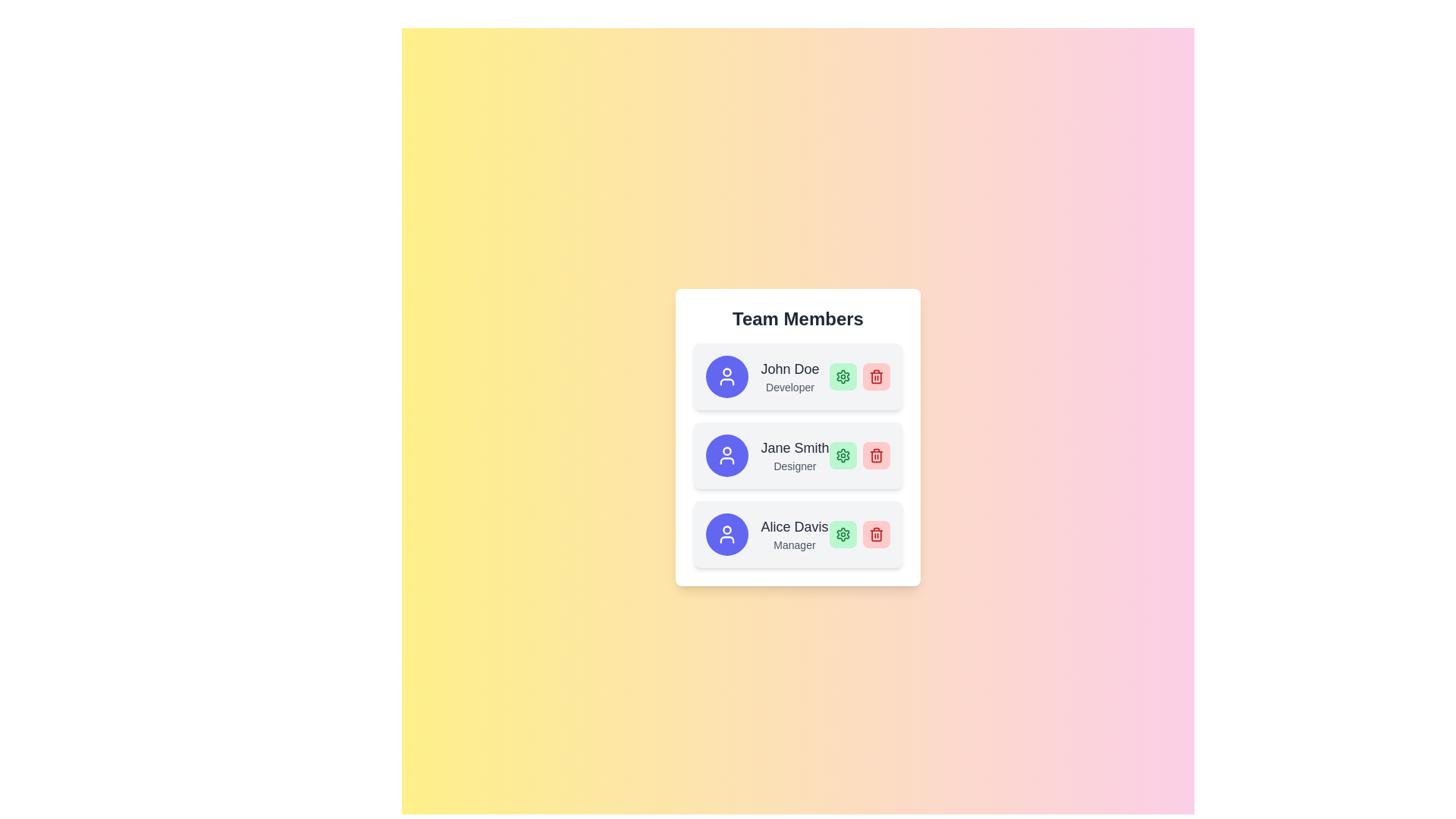 Image resolution: width=1456 pixels, height=819 pixels. Describe the element at coordinates (876, 376) in the screenshot. I see `the red rounded rectangular button with a trash can icon` at that location.